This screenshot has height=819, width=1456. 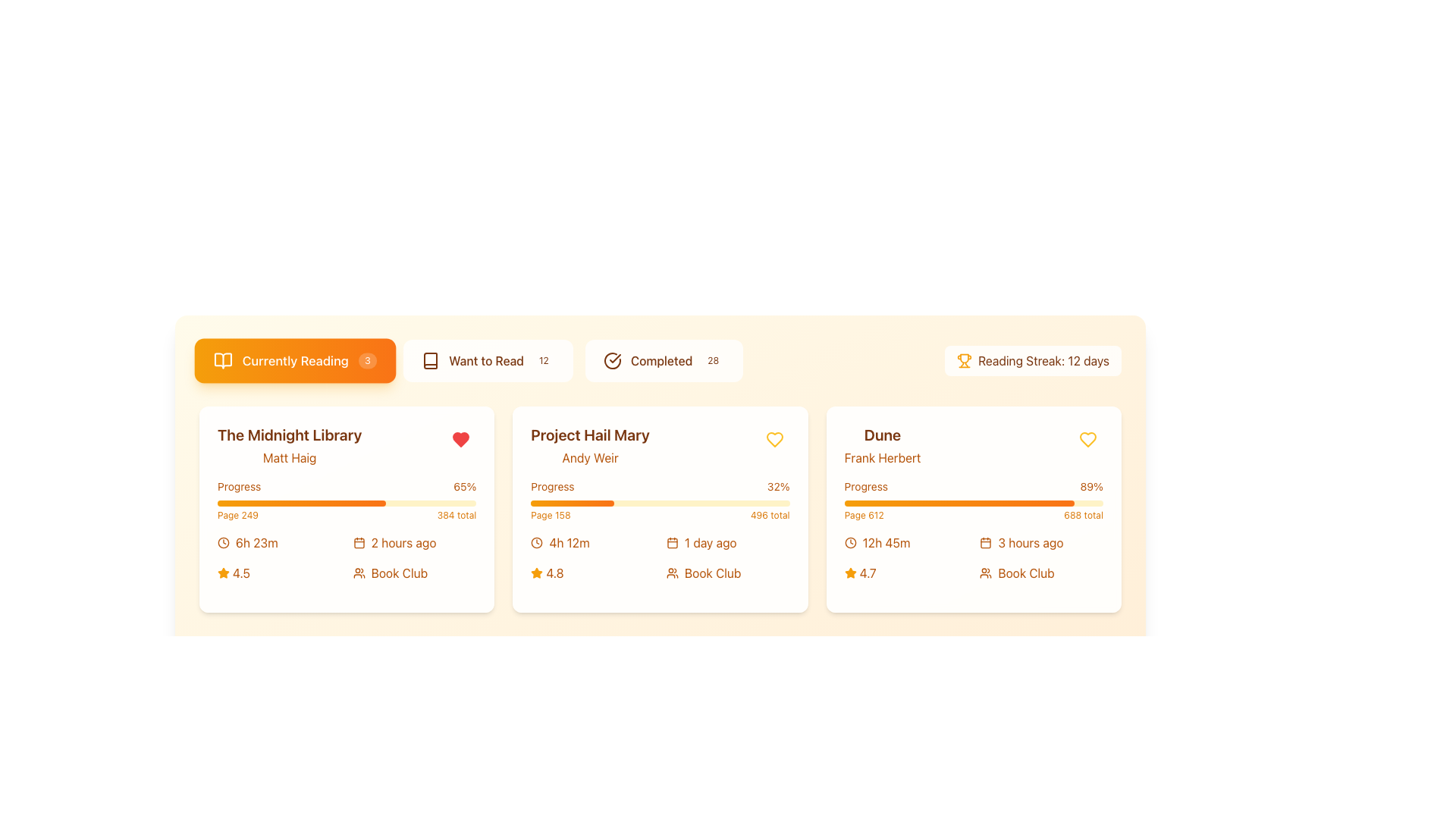 I want to click on the heart-shaped red button located in the top-right corner of 'The Midnight Library' card, so click(x=460, y=439).